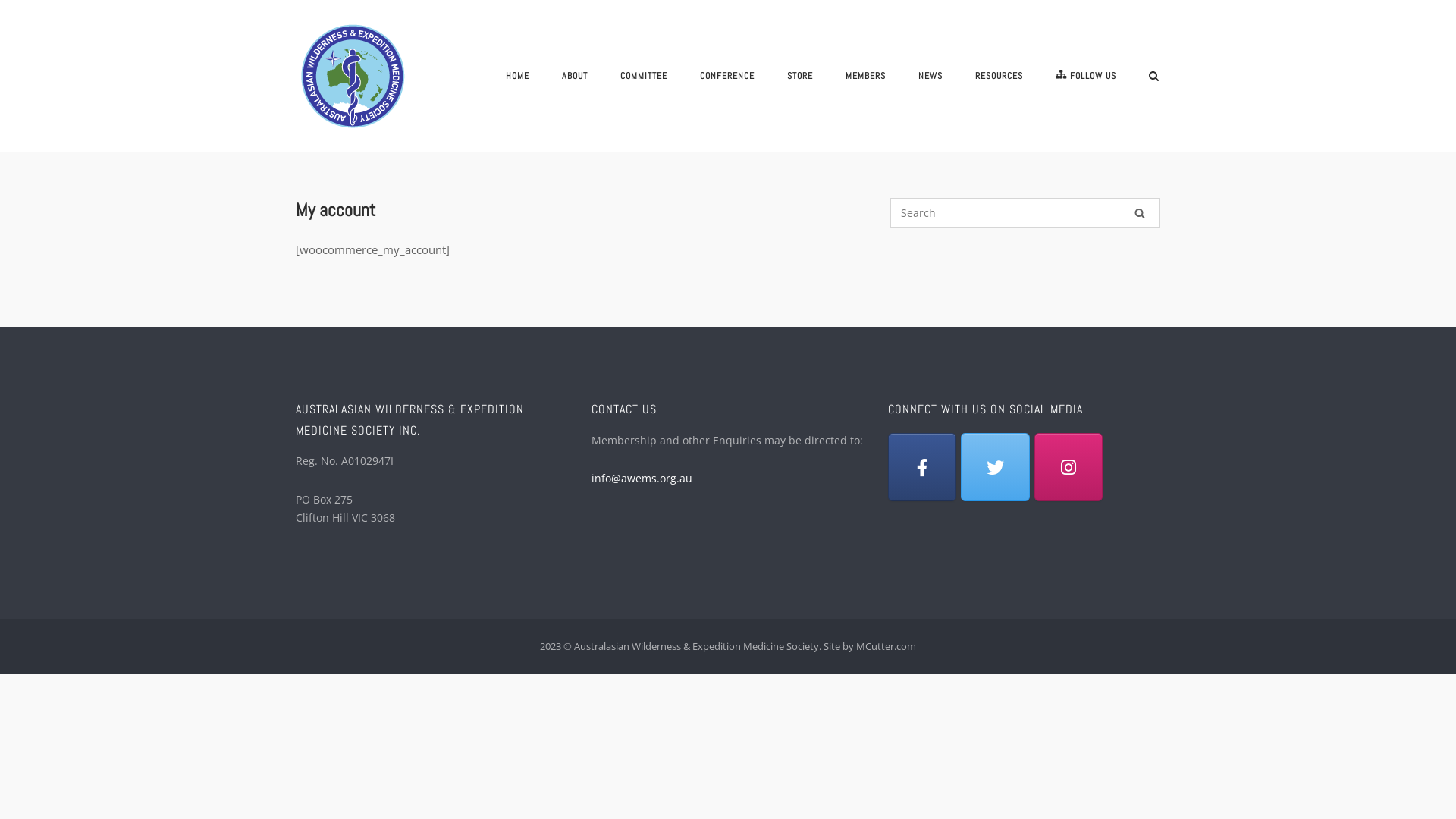 The image size is (1456, 819). I want to click on 'Facebook', so click(921, 466).